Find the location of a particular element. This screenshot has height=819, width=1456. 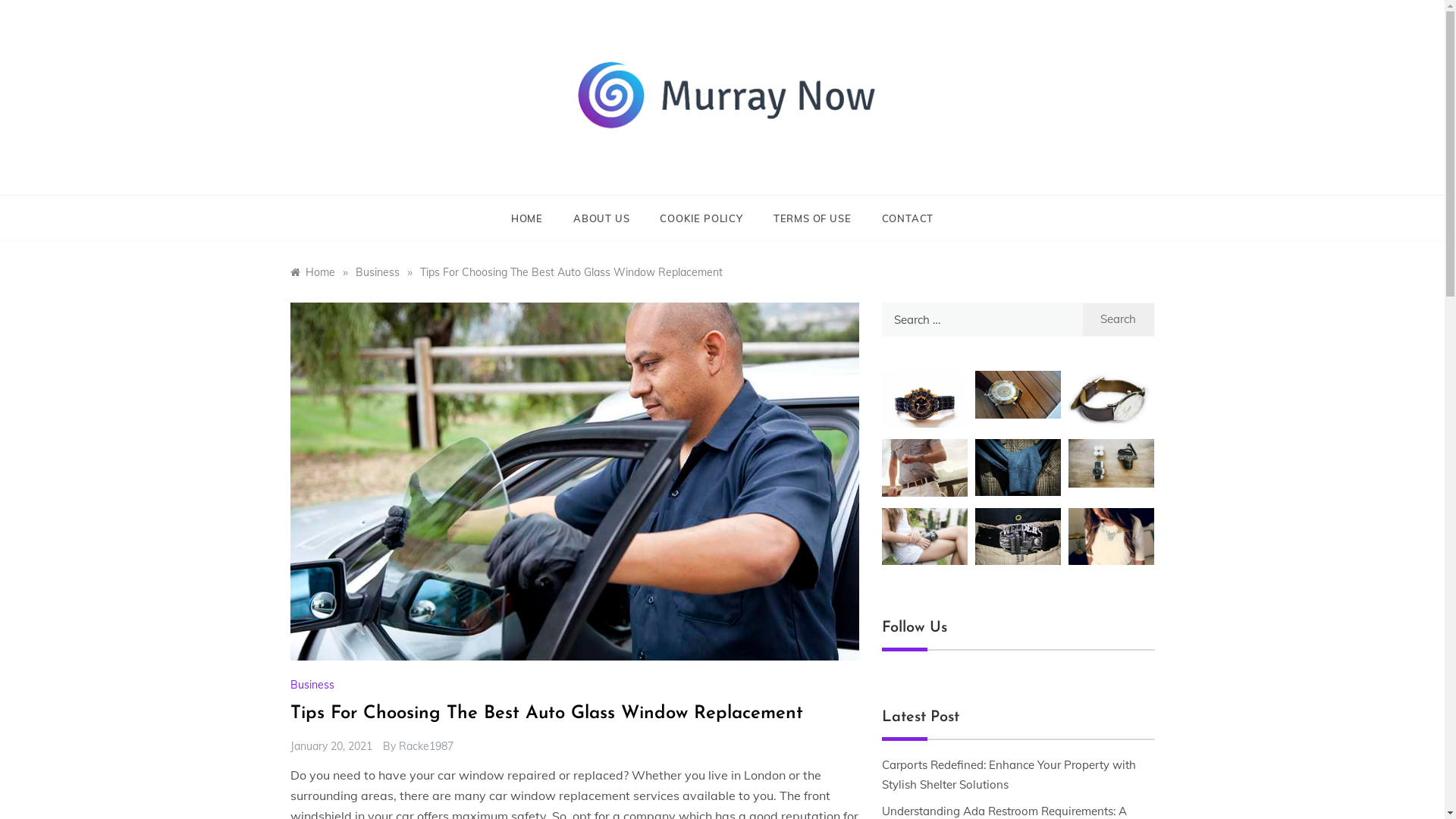

'Business' is located at coordinates (290, 684).